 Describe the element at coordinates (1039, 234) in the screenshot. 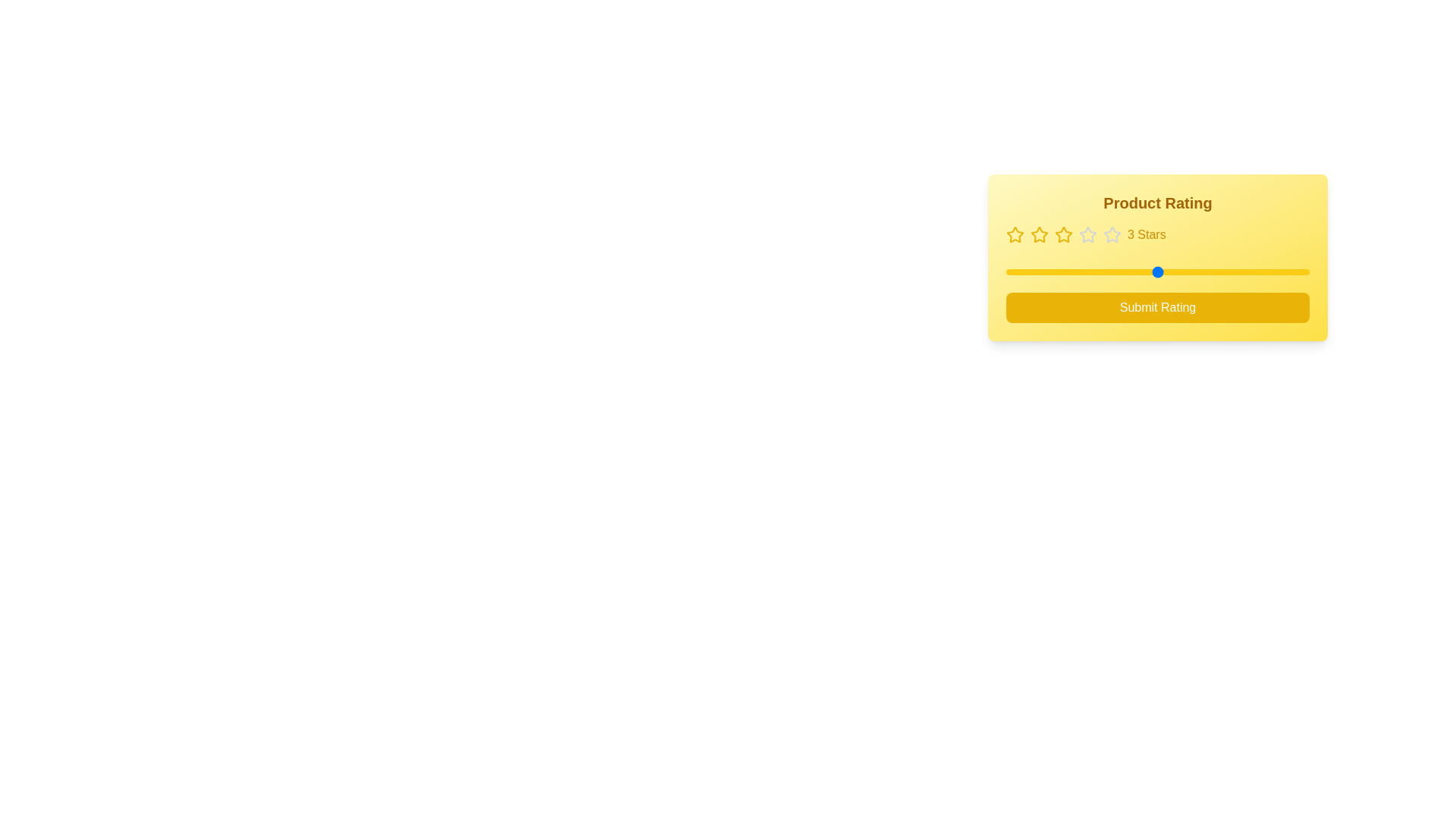

I see `the second star icon in the product rating section, which visually indicates the second level of a rating` at that location.